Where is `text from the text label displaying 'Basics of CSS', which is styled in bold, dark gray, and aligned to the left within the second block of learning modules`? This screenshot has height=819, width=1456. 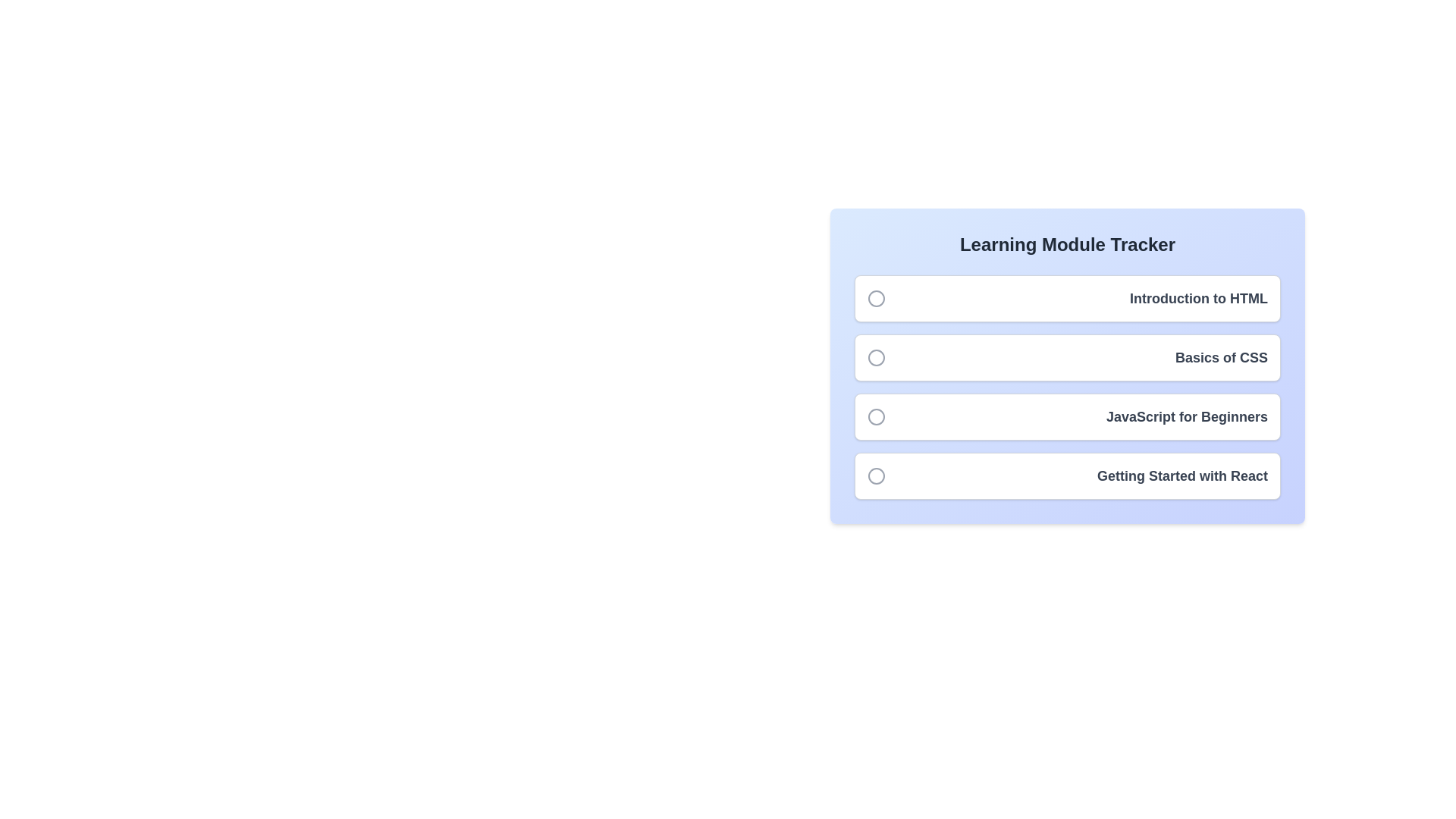 text from the text label displaying 'Basics of CSS', which is styled in bold, dark gray, and aligned to the left within the second block of learning modules is located at coordinates (1222, 357).